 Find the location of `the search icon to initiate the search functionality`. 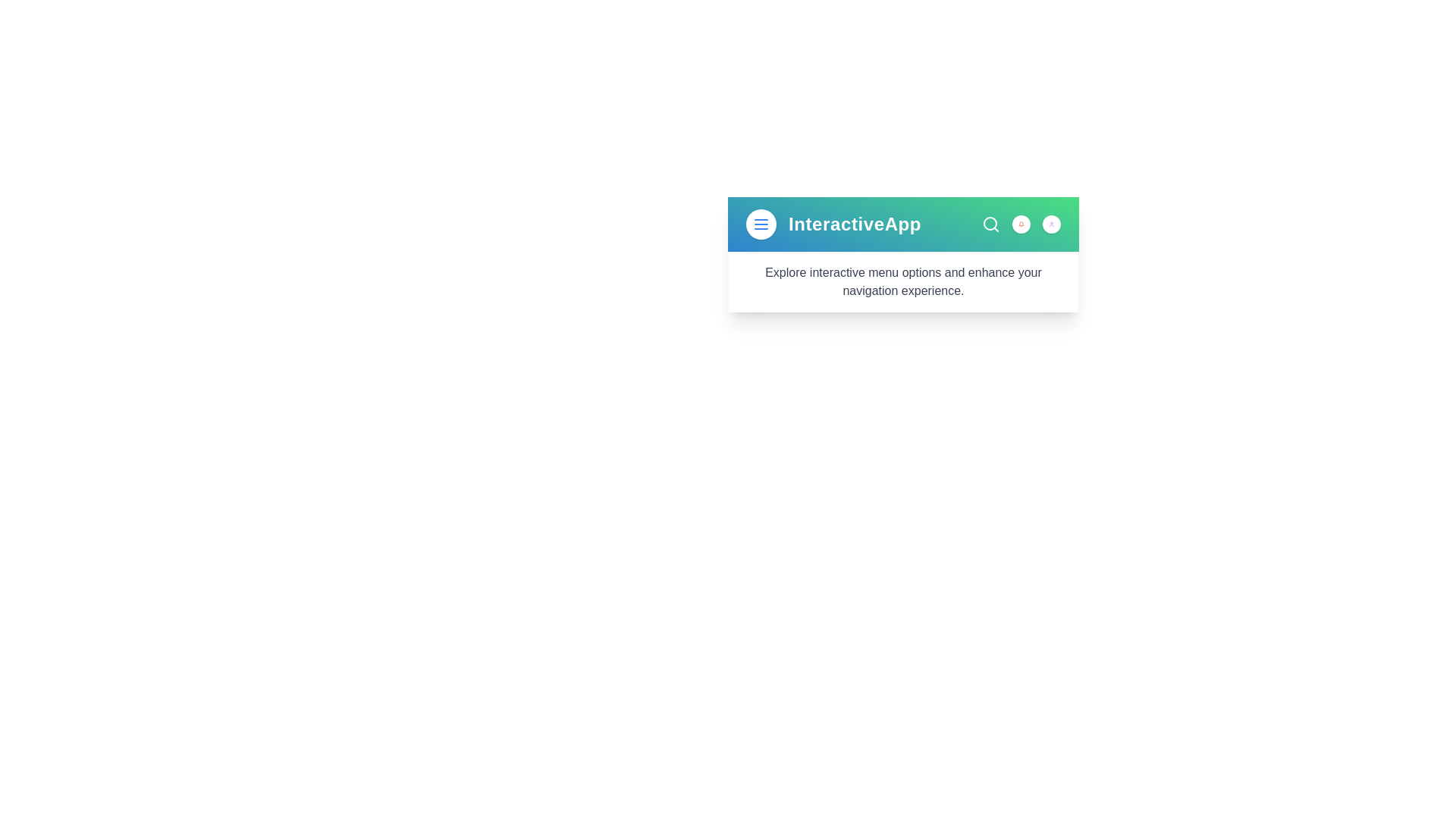

the search icon to initiate the search functionality is located at coordinates (990, 224).